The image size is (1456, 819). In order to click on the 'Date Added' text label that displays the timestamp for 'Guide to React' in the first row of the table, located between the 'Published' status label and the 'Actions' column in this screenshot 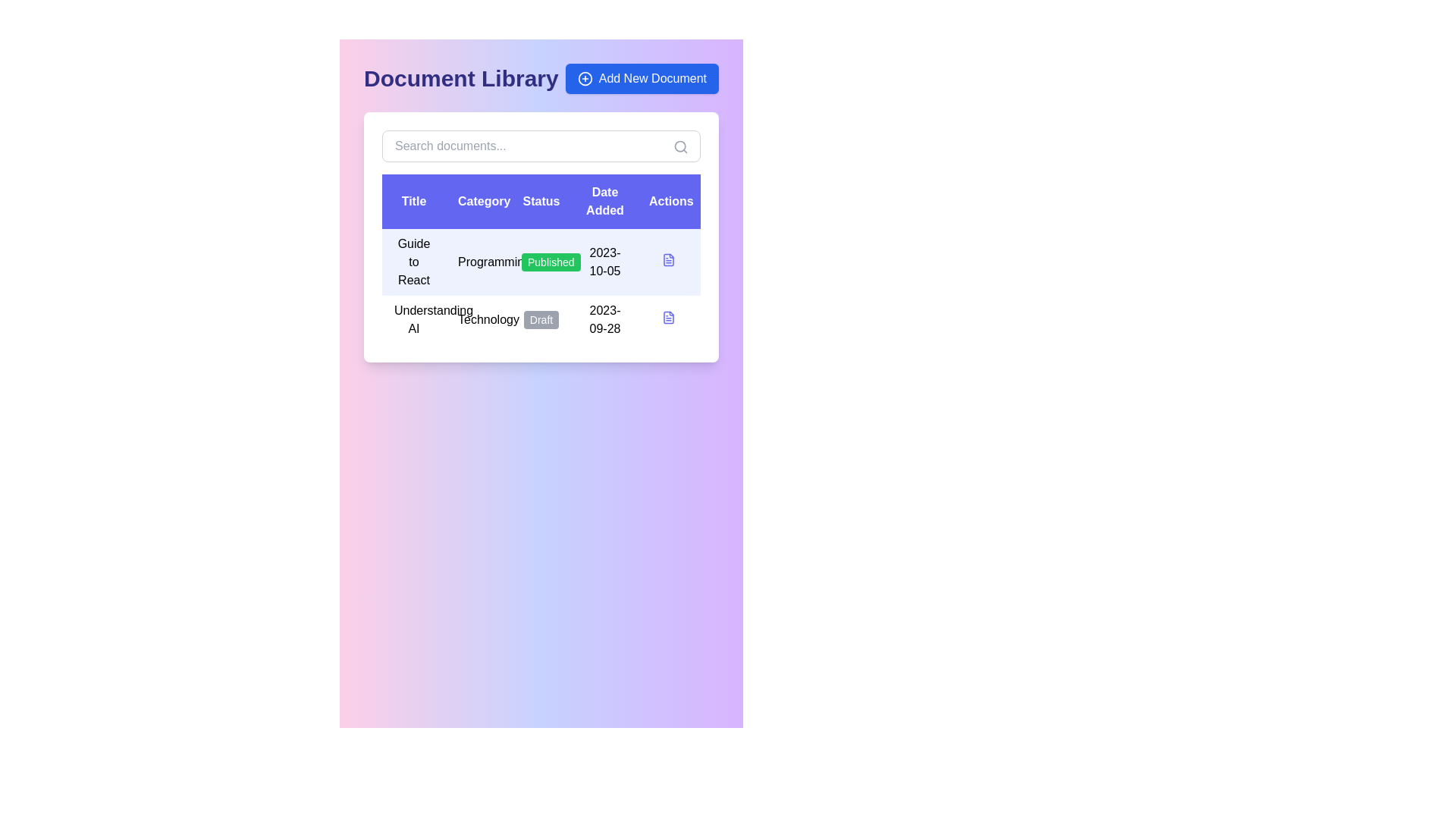, I will do `click(604, 262)`.